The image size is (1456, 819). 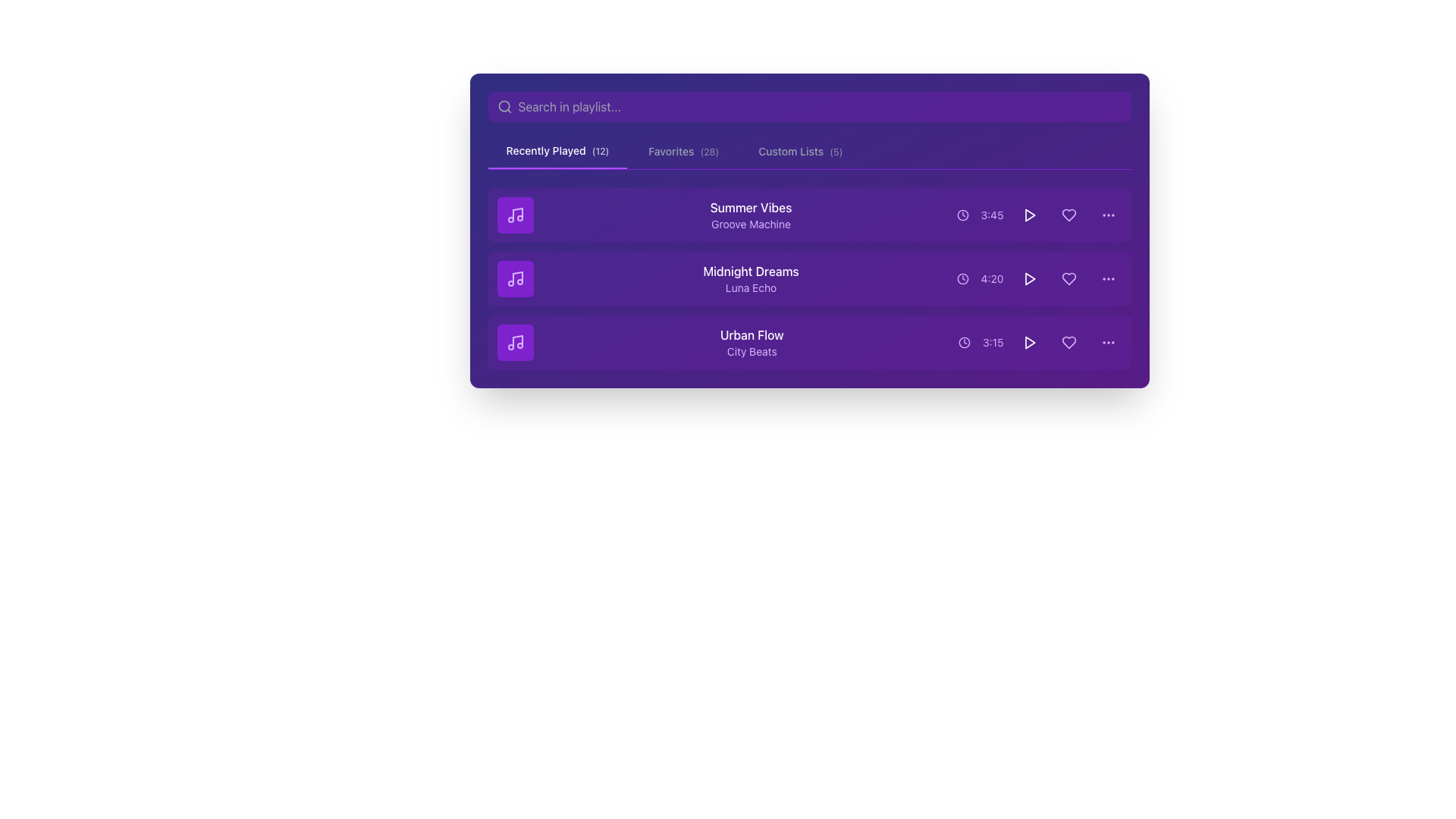 I want to click on the circular lens part of the search icon, which is an SVG graphical component located in the left section of the search bar at the top of the interface, so click(x=504, y=105).